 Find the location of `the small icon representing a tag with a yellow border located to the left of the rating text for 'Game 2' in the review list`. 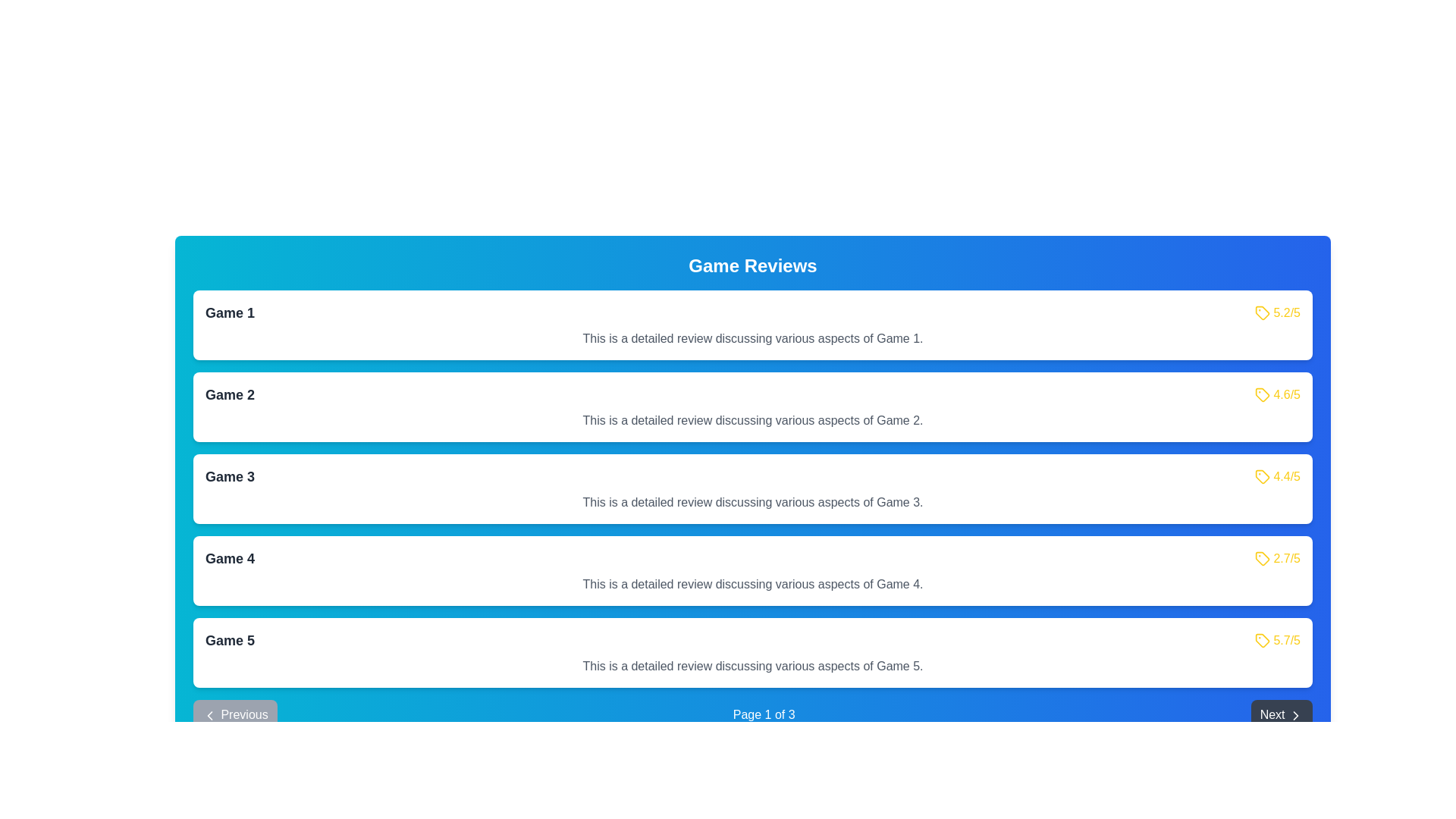

the small icon representing a tag with a yellow border located to the left of the rating text for 'Game 2' in the review list is located at coordinates (1263, 394).